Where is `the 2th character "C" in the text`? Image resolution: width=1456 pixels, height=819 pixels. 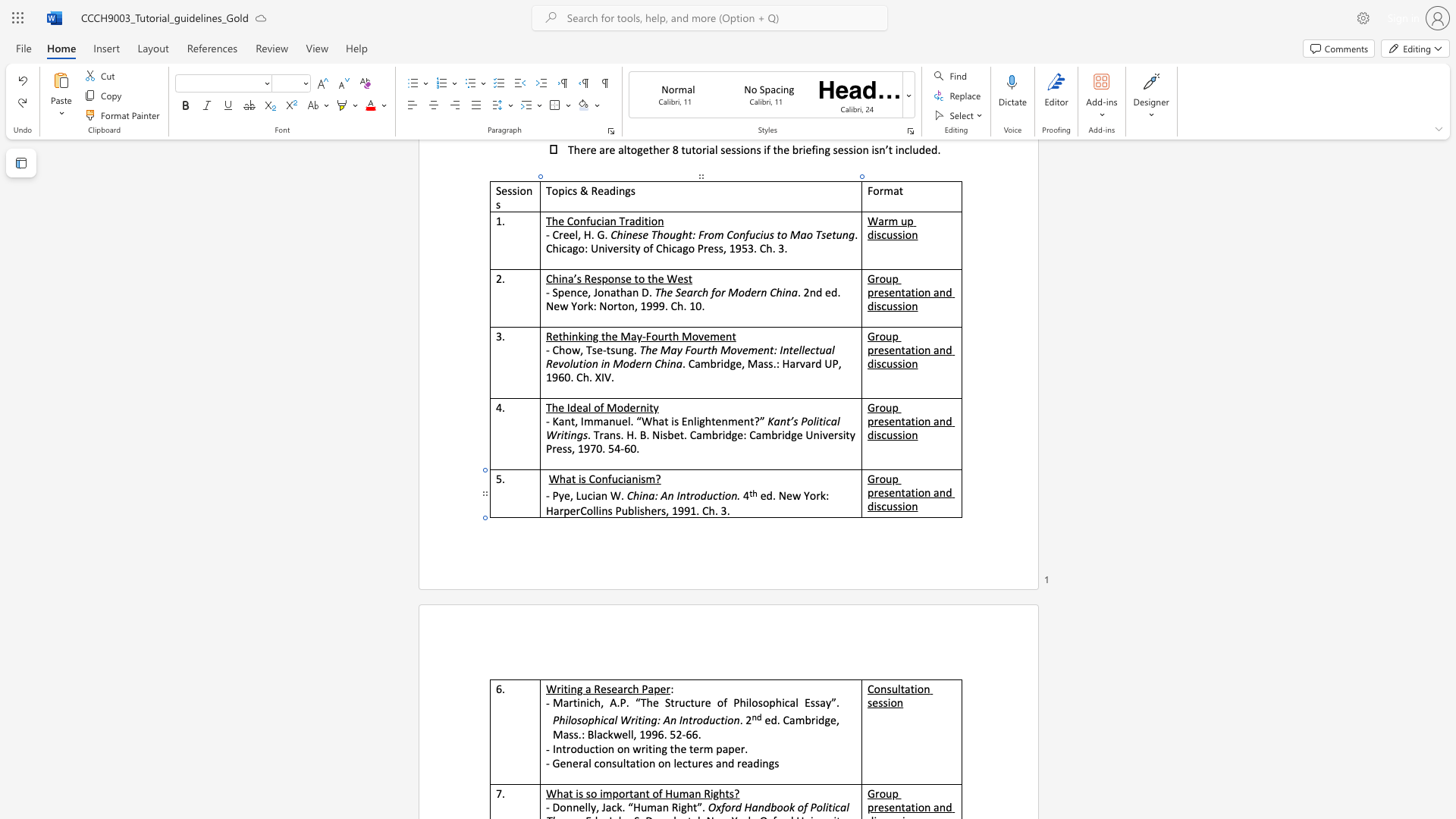
the 2th character "C" in the text is located at coordinates (704, 510).